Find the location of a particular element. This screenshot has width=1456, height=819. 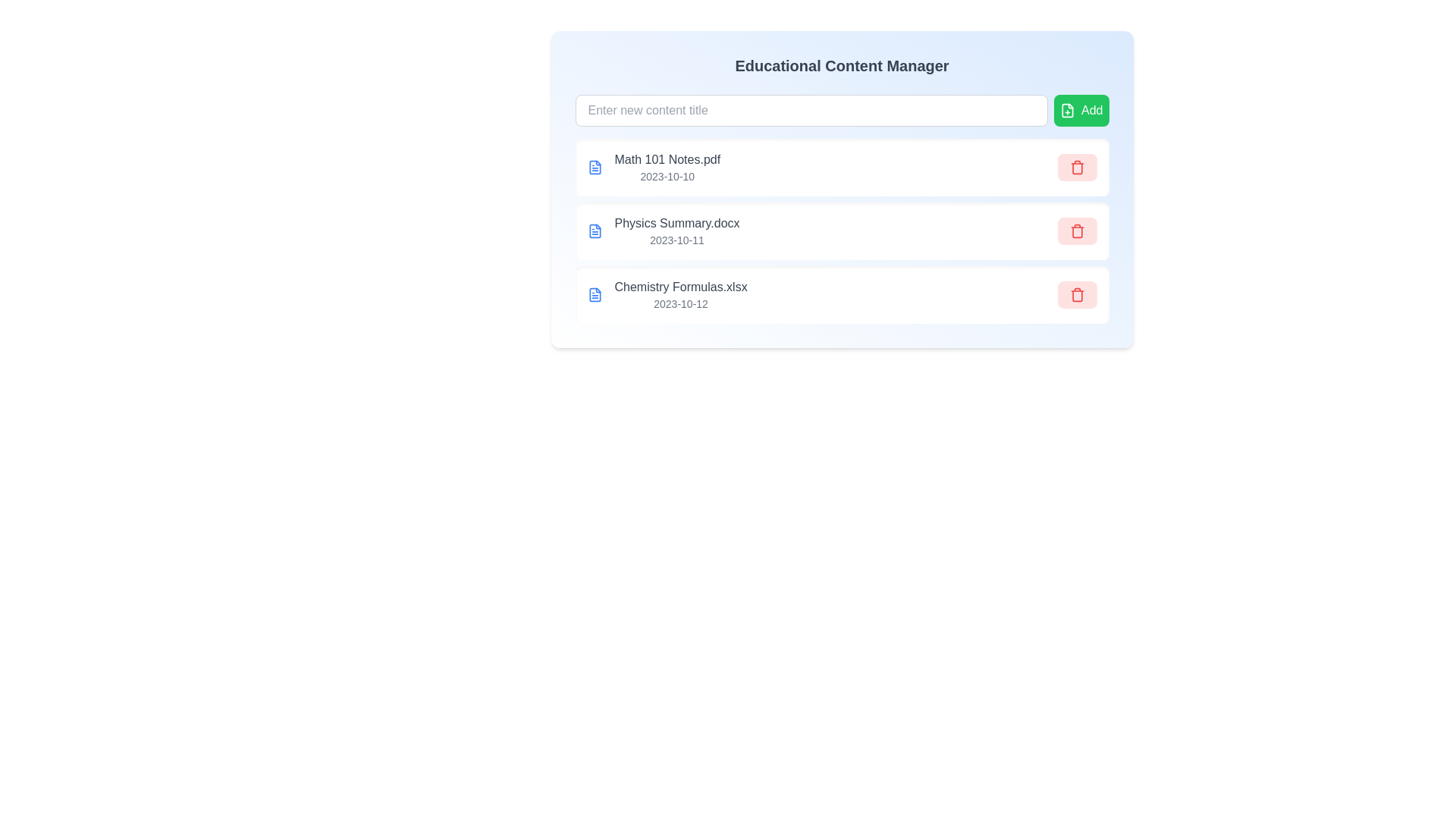

the red rounded delete button with a trashcan icon located at the far right of the third row is located at coordinates (1076, 295).